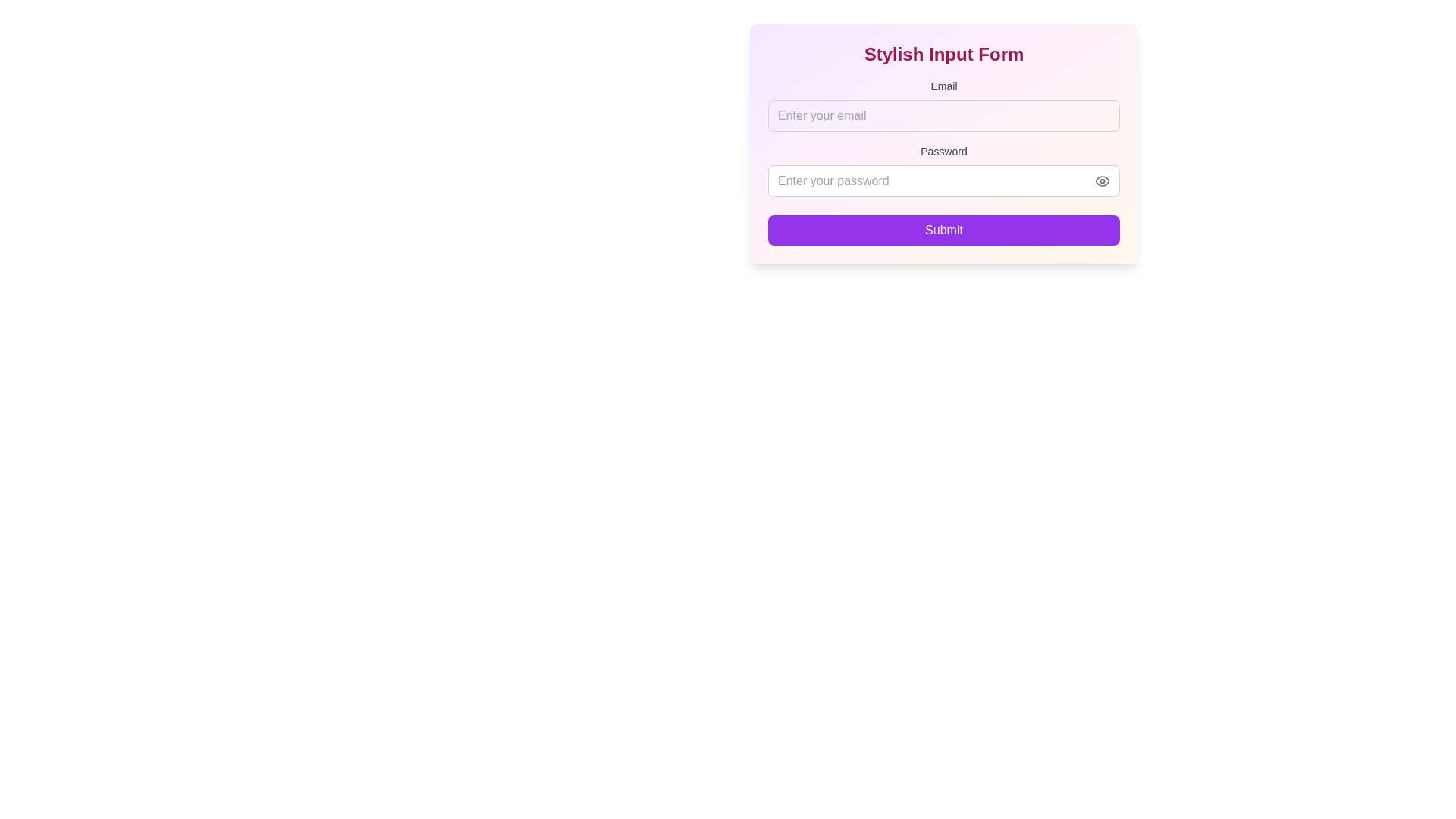 This screenshot has height=819, width=1456. Describe the element at coordinates (943, 231) in the screenshot. I see `the 'Submit' button with a vibrant purple background to change its color upon hover` at that location.